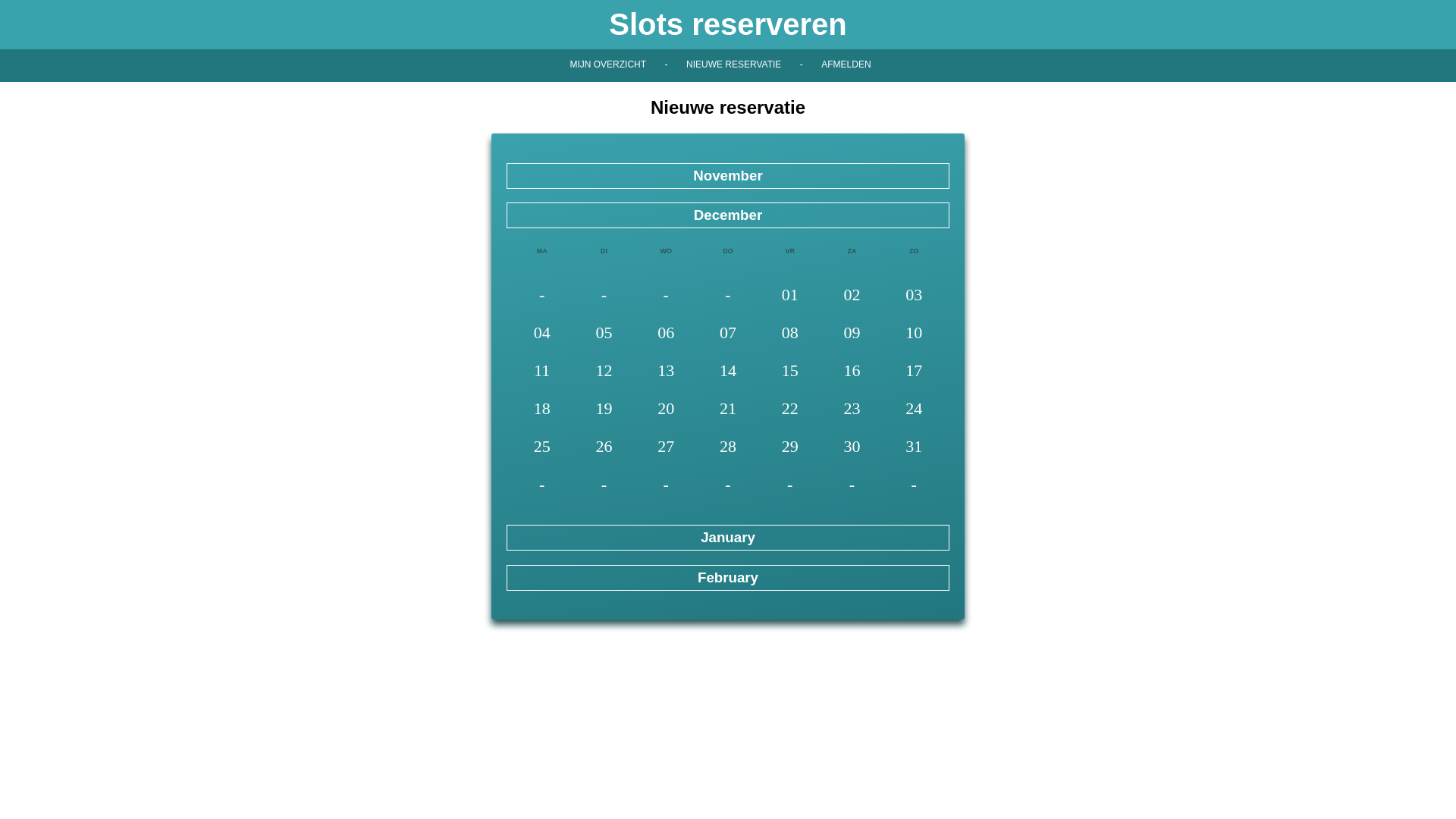 The height and width of the screenshot is (819, 1456). I want to click on '20', so click(666, 409).